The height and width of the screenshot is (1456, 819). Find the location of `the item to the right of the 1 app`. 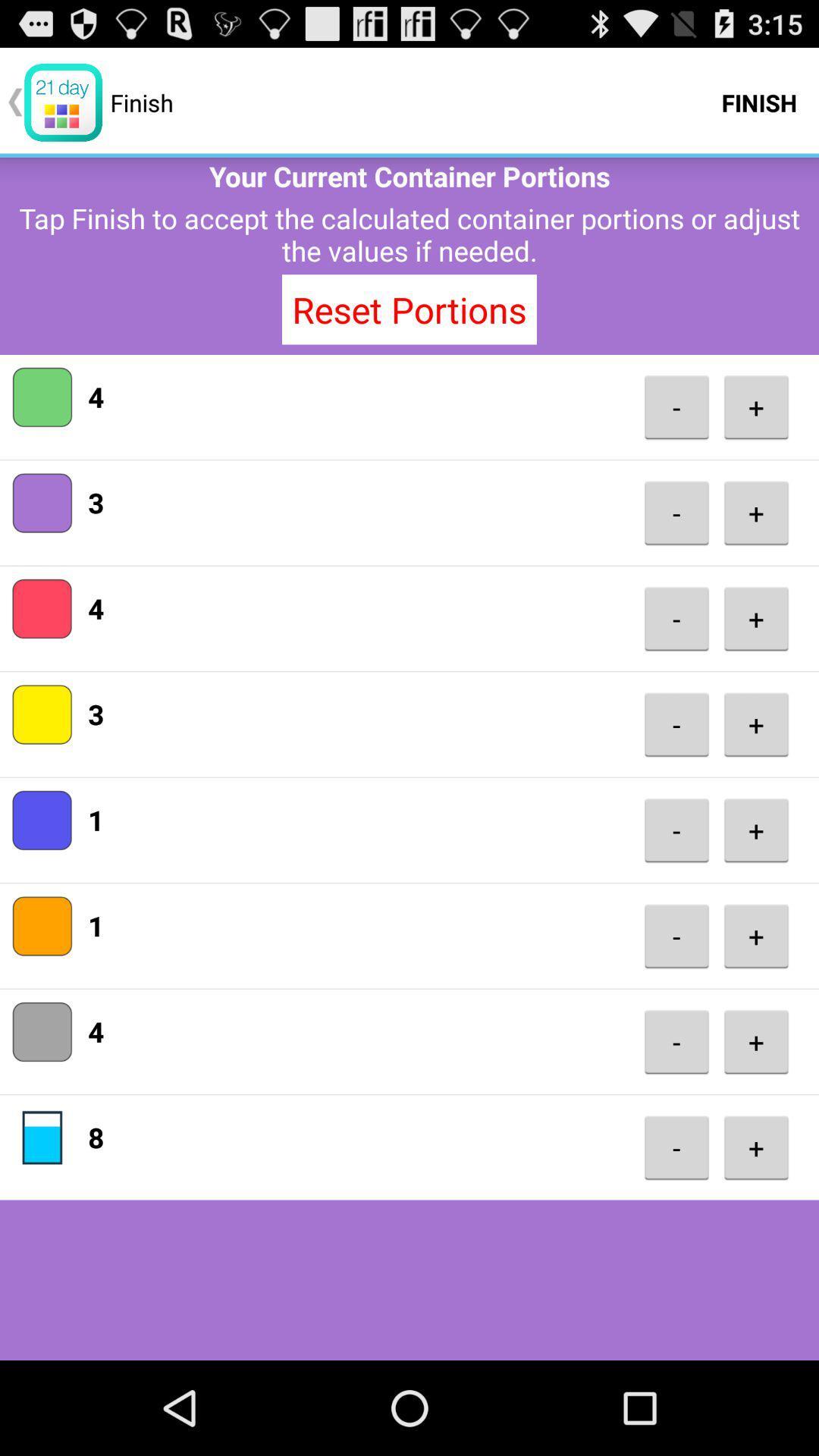

the item to the right of the 1 app is located at coordinates (676, 829).